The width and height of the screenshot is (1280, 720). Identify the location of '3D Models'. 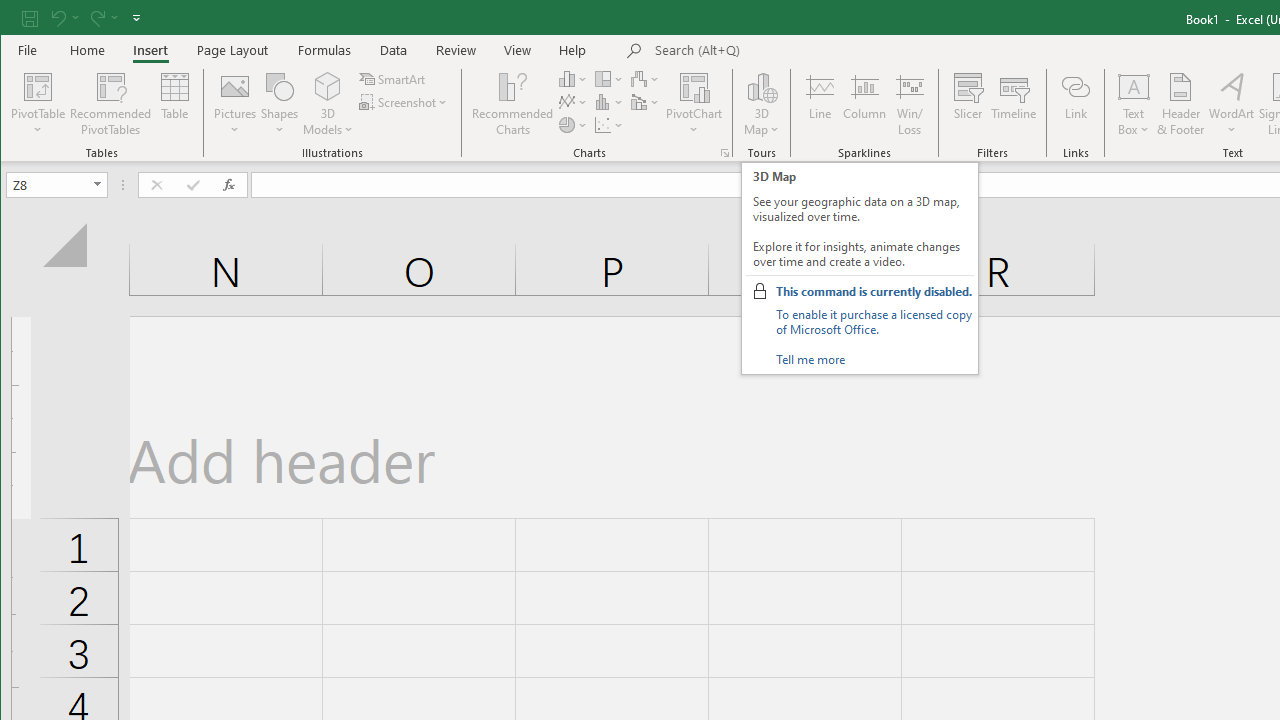
(328, 104).